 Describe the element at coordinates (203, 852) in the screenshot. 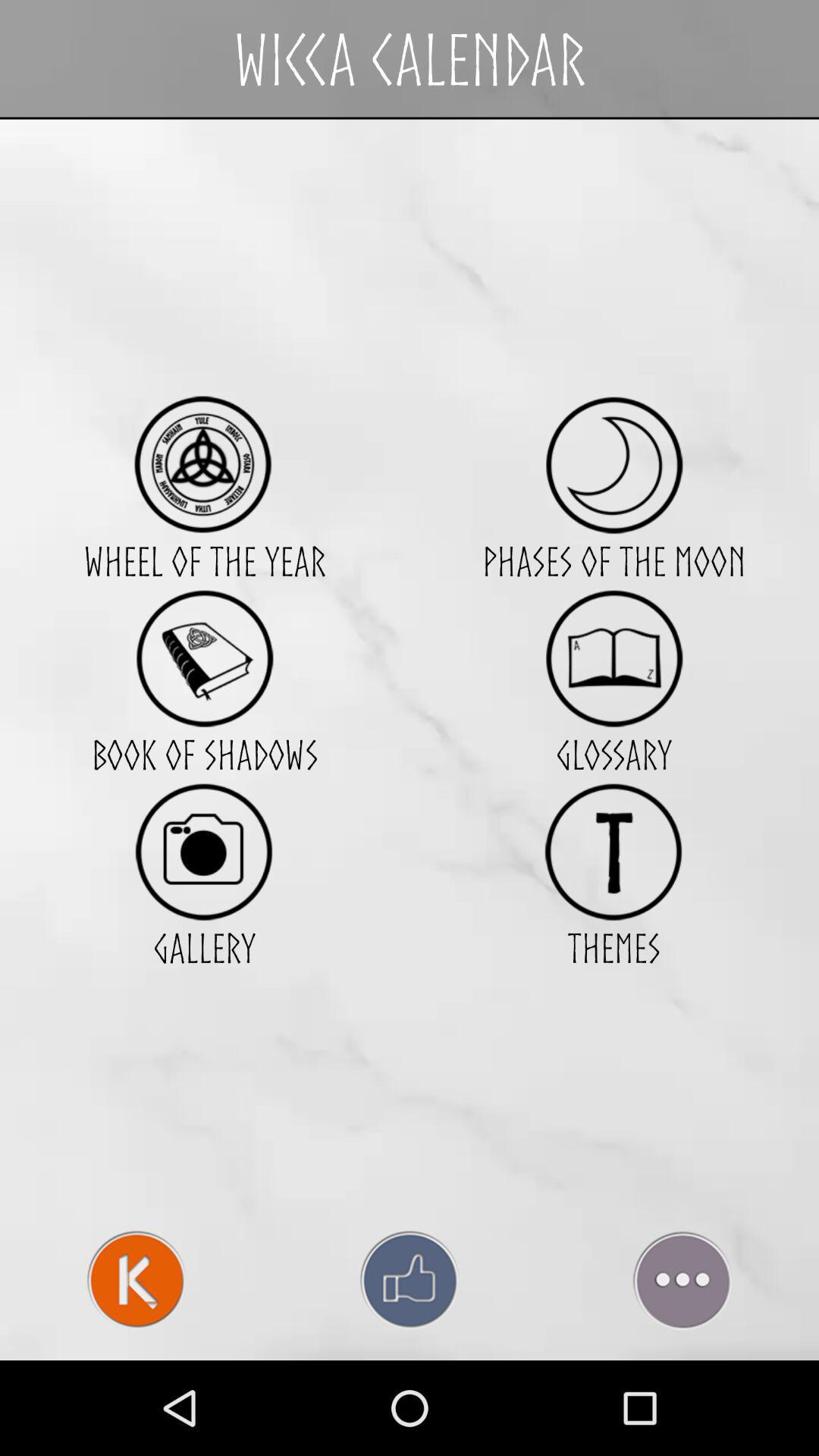

I see `access photo gallery` at that location.